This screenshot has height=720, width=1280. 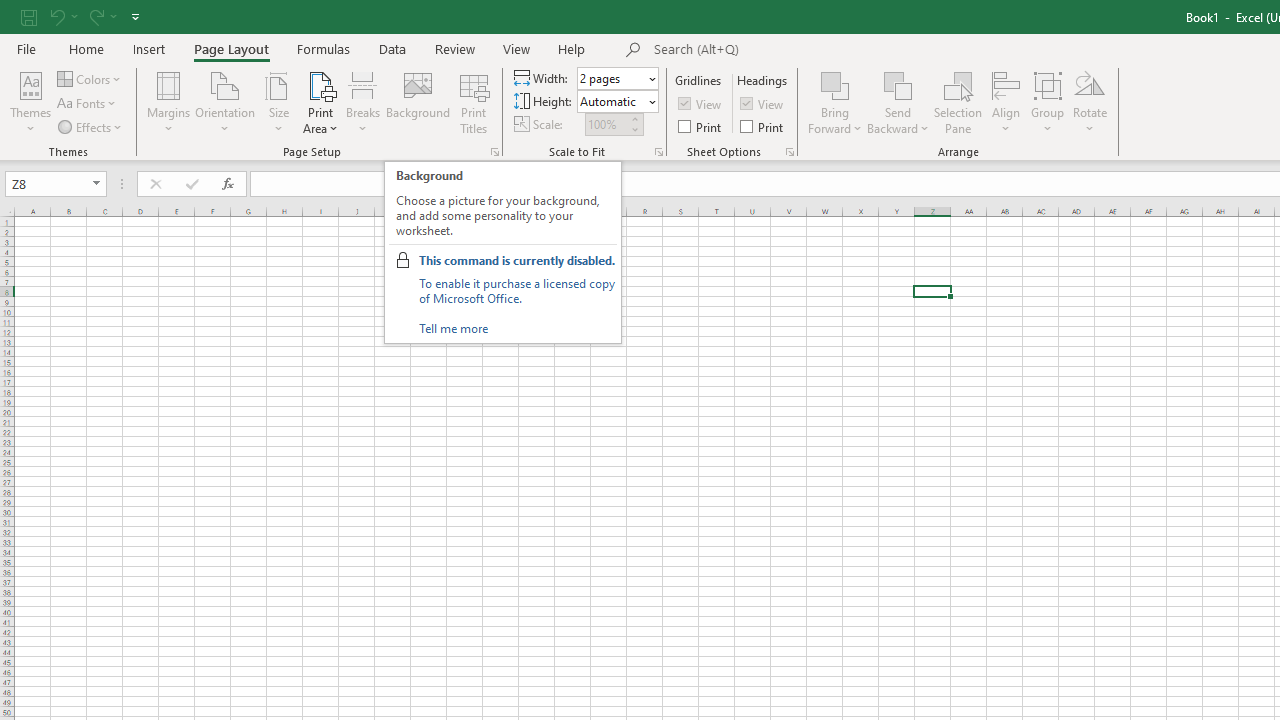 I want to click on 'This command is currently disabled.', so click(x=517, y=259).